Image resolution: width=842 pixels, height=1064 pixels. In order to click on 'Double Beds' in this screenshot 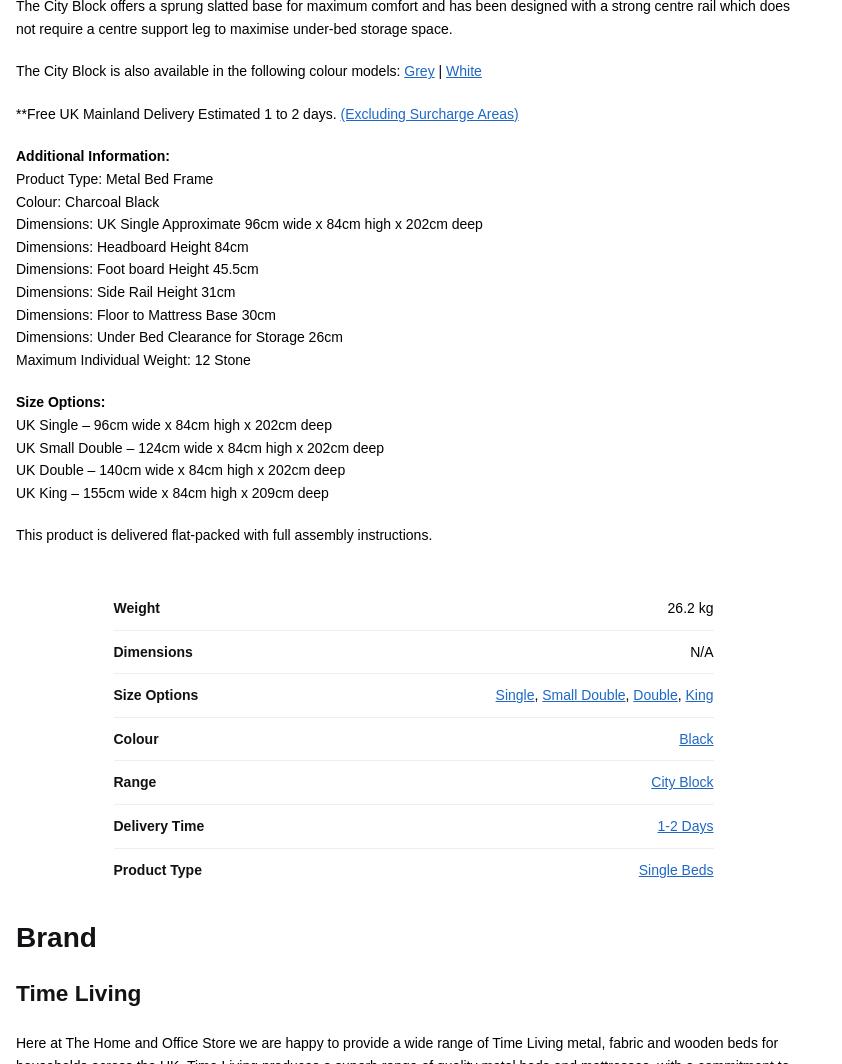, I will do `click(382, 656)`.